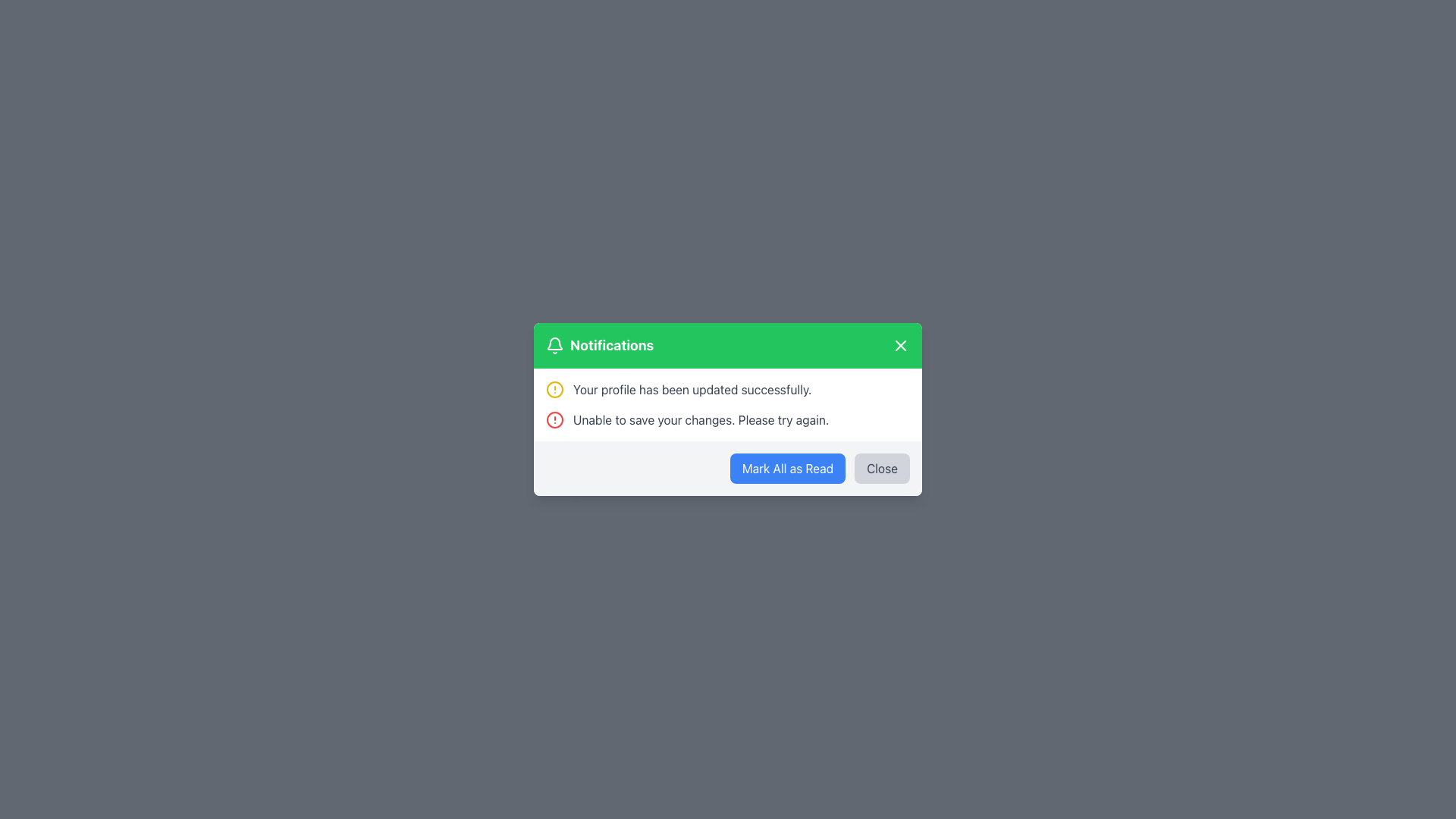  Describe the element at coordinates (882, 467) in the screenshot. I see `the 'Close' button located in the bottom-right of the notification modal to close the notification modal` at that location.